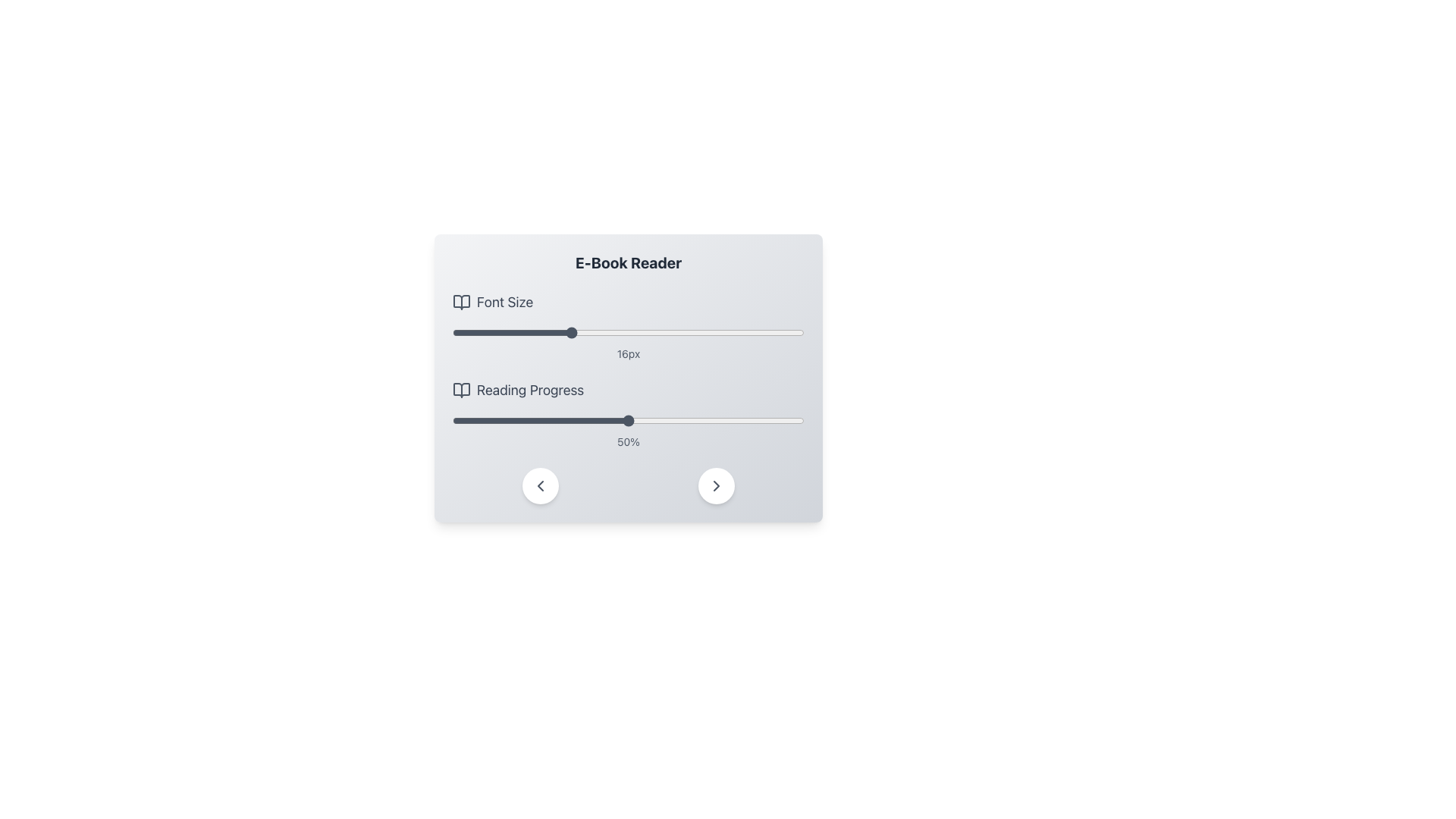  What do you see at coordinates (511, 332) in the screenshot?
I see `the font size` at bounding box center [511, 332].